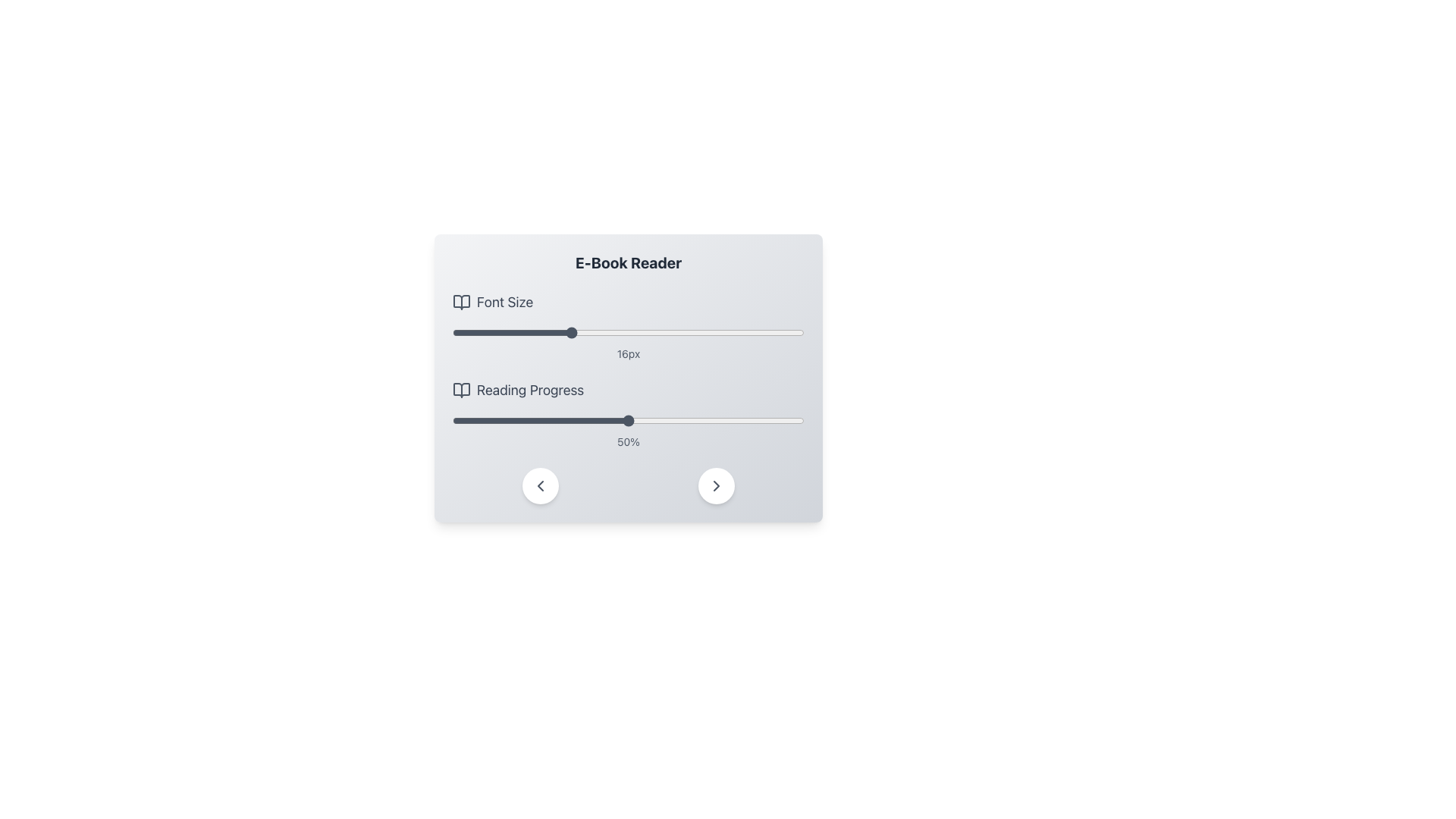  What do you see at coordinates (511, 332) in the screenshot?
I see `the font size` at bounding box center [511, 332].